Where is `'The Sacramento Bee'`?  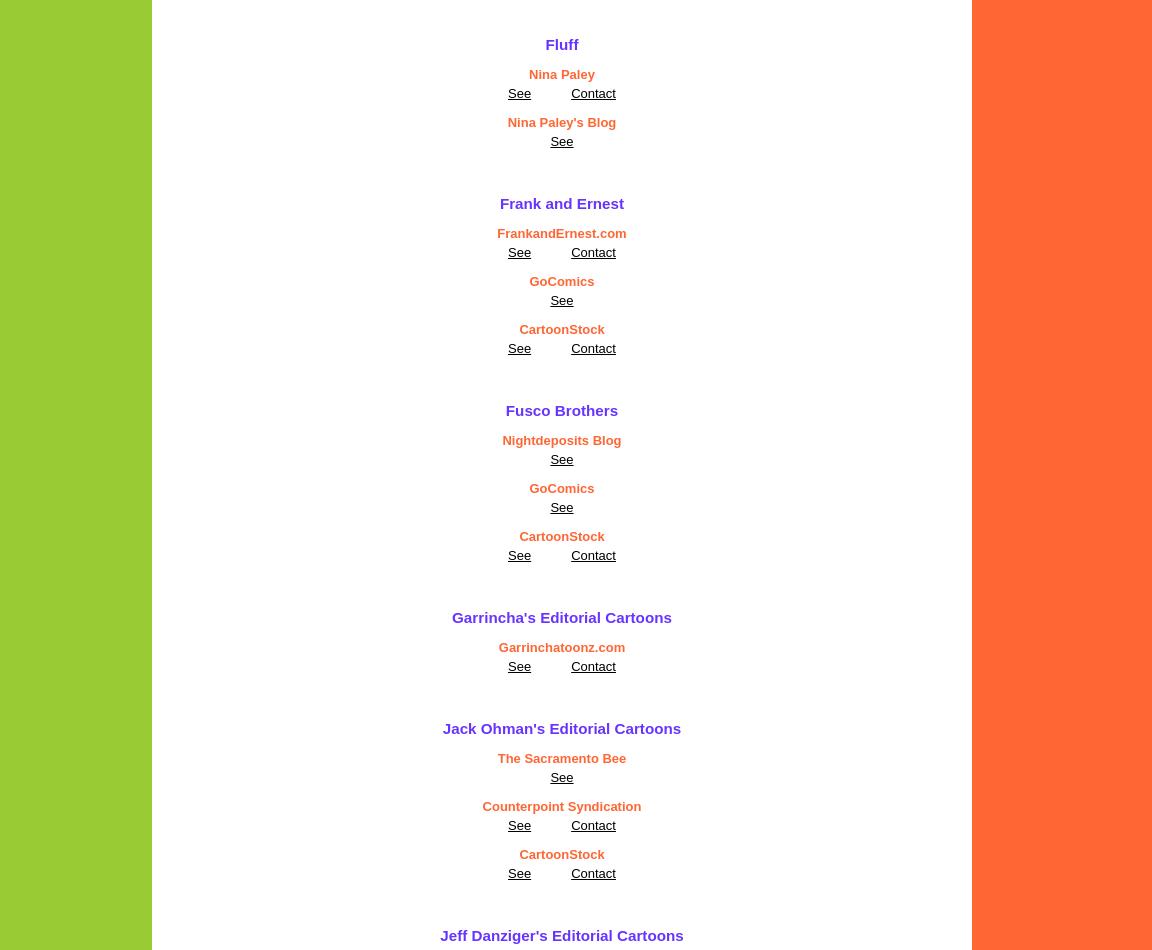 'The Sacramento Bee' is located at coordinates (561, 757).